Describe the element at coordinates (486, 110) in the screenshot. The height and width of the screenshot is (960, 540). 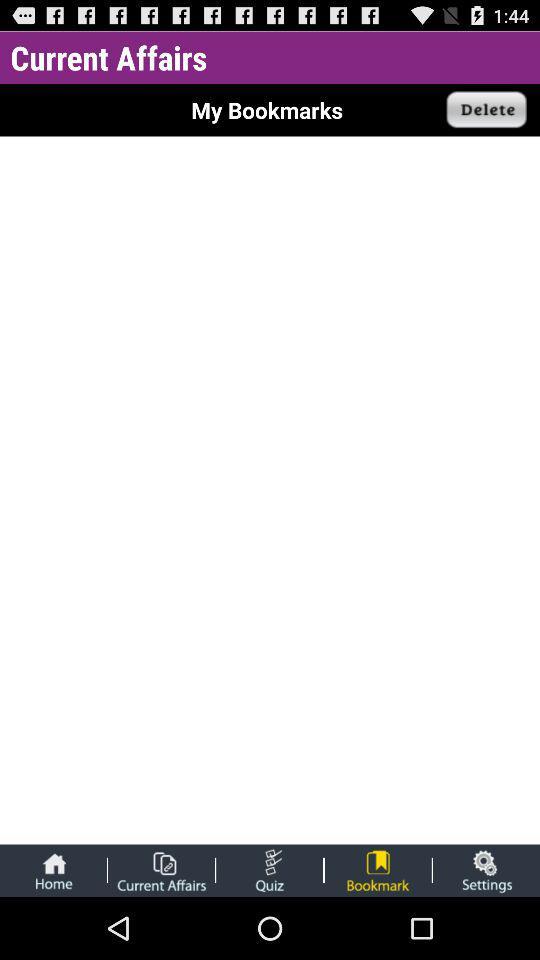
I see `the item to the right of my bookmarks  icon` at that location.